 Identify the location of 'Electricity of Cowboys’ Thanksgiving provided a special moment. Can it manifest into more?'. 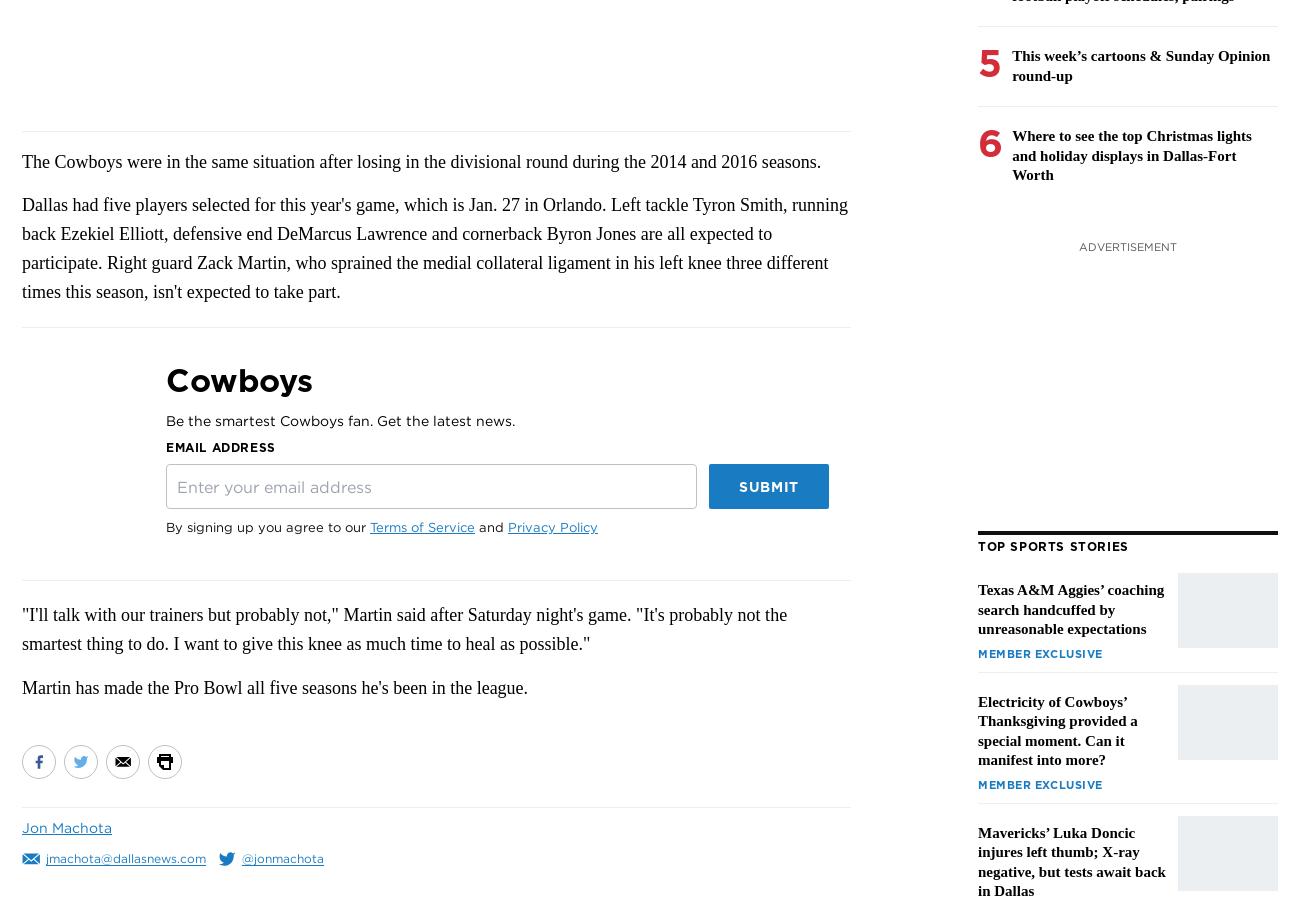
(1057, 729).